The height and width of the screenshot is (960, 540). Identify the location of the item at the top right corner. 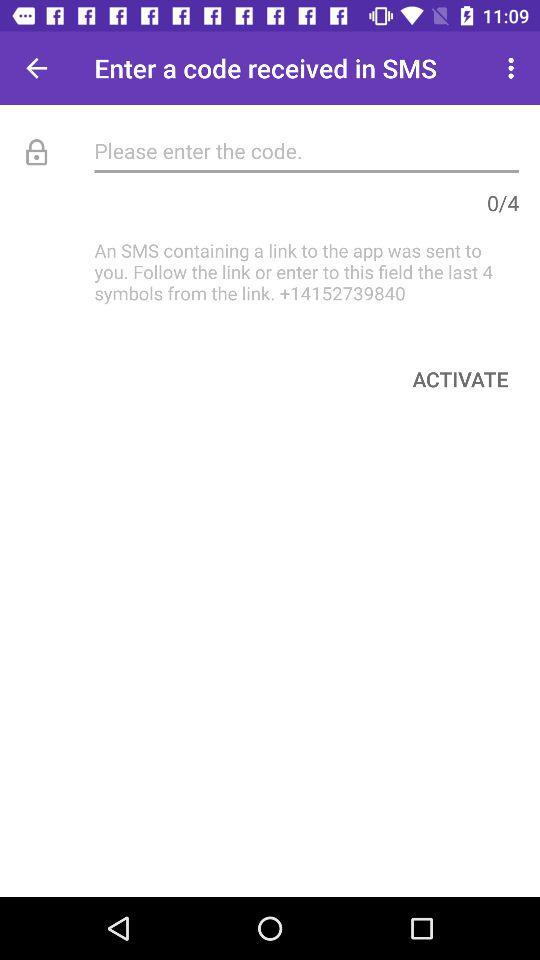
(513, 68).